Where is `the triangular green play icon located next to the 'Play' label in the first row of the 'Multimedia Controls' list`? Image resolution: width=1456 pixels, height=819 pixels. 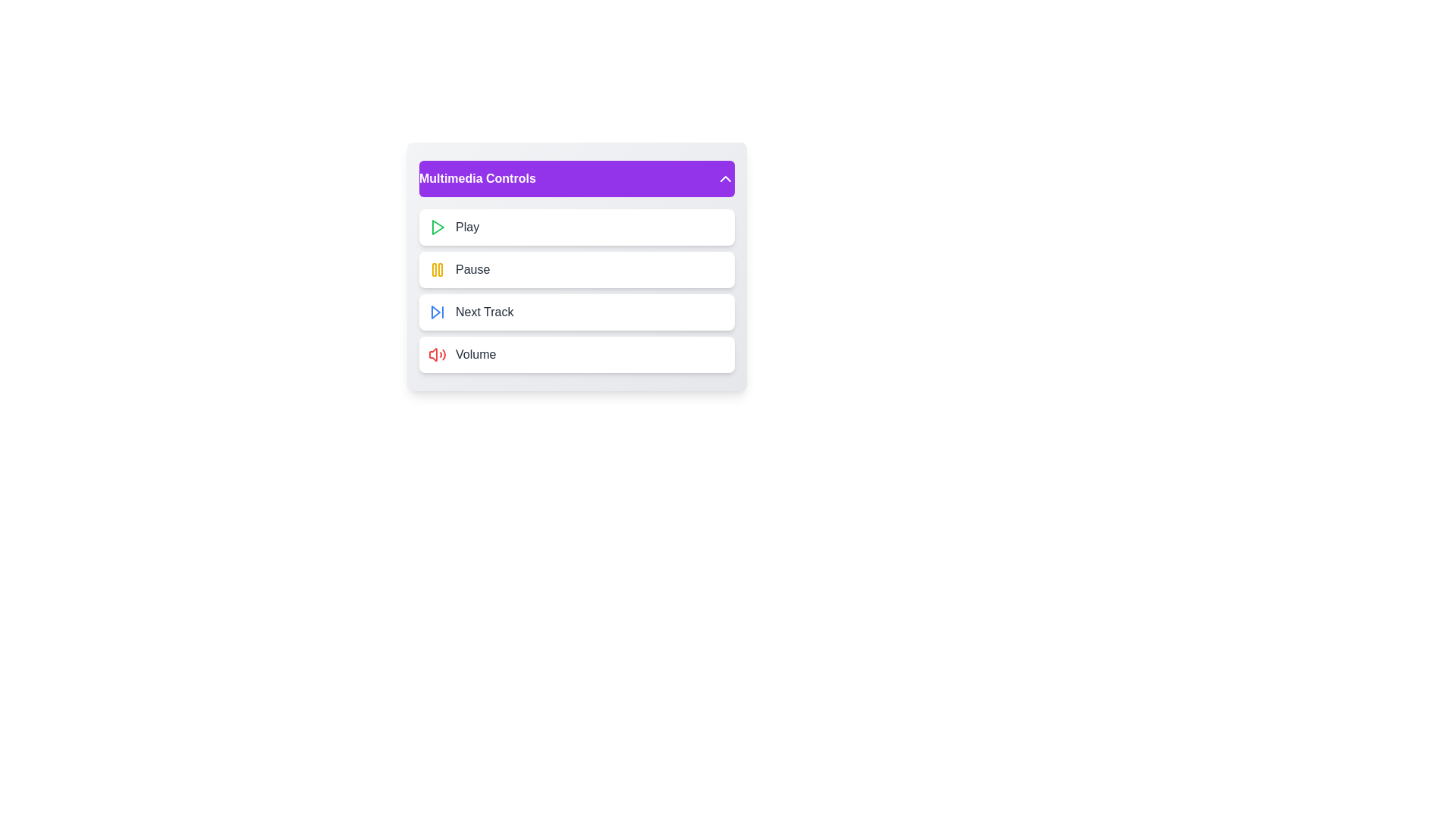
the triangular green play icon located next to the 'Play' label in the first row of the 'Multimedia Controls' list is located at coordinates (437, 227).